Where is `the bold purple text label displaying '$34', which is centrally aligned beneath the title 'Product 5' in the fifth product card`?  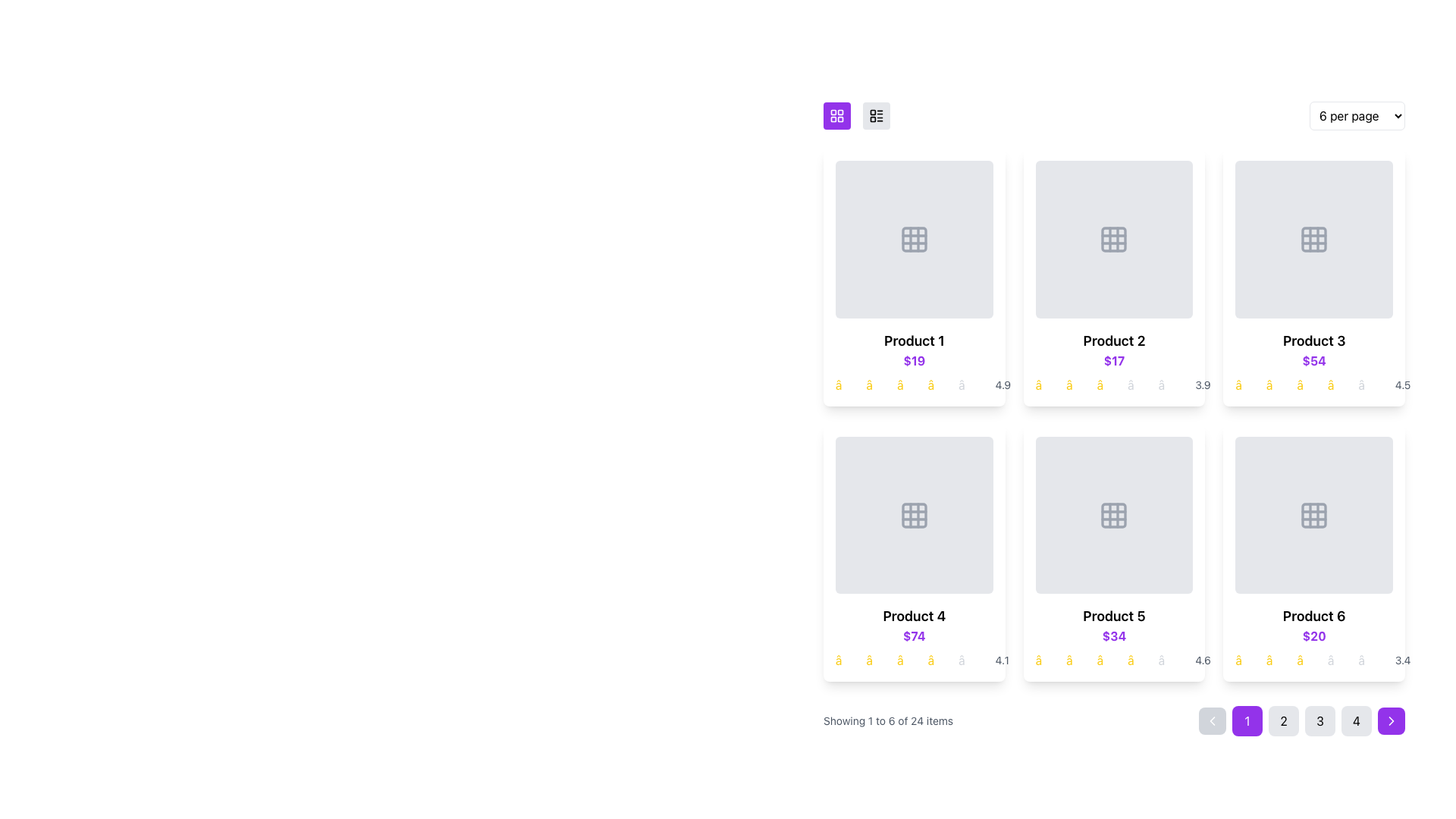
the bold purple text label displaying '$34', which is centrally aligned beneath the title 'Product 5' in the fifth product card is located at coordinates (1114, 636).